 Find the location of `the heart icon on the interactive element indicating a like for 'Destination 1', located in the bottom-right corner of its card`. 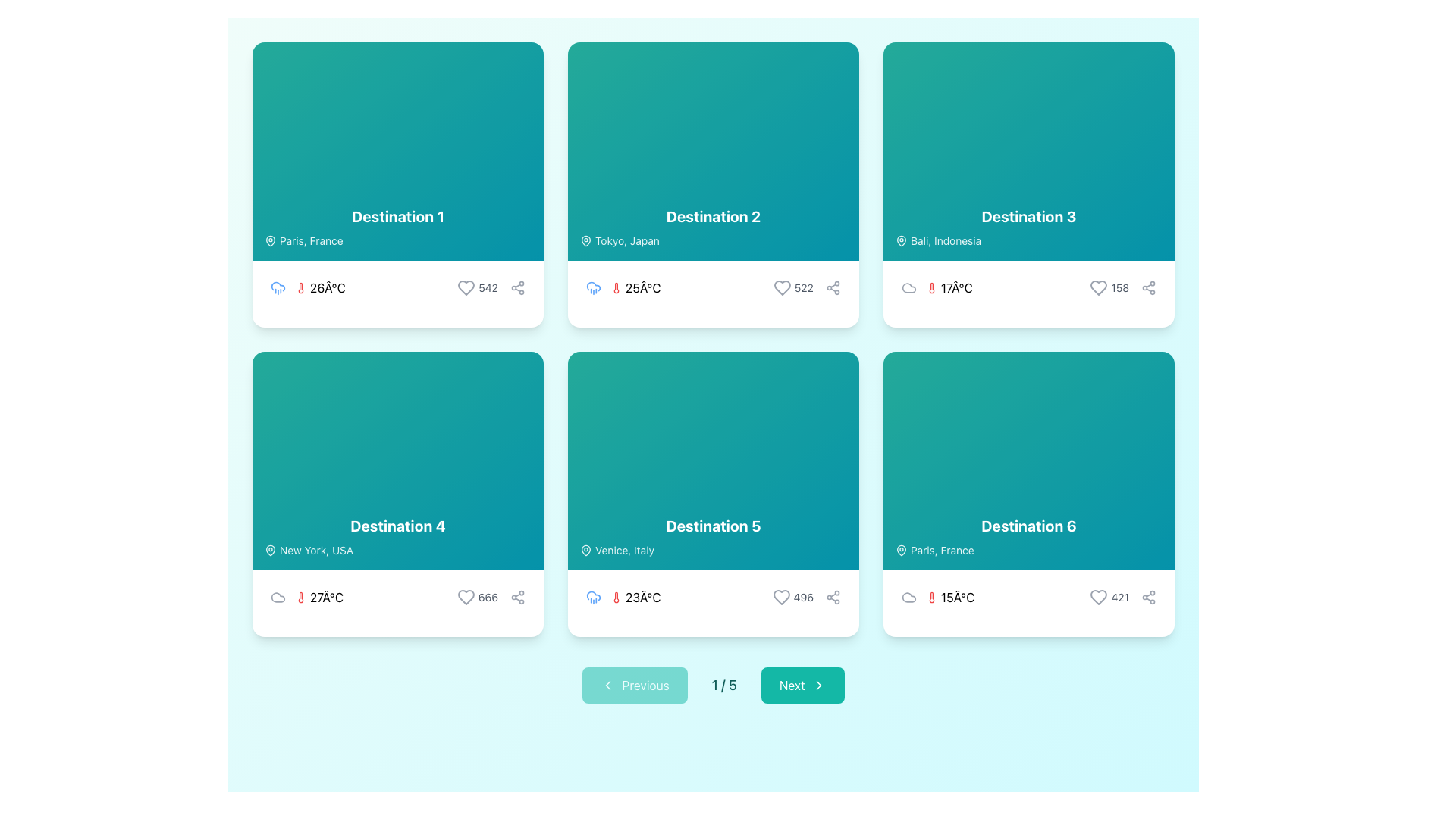

the heart icon on the interactive element indicating a like for 'Destination 1', located in the bottom-right corner of its card is located at coordinates (477, 288).